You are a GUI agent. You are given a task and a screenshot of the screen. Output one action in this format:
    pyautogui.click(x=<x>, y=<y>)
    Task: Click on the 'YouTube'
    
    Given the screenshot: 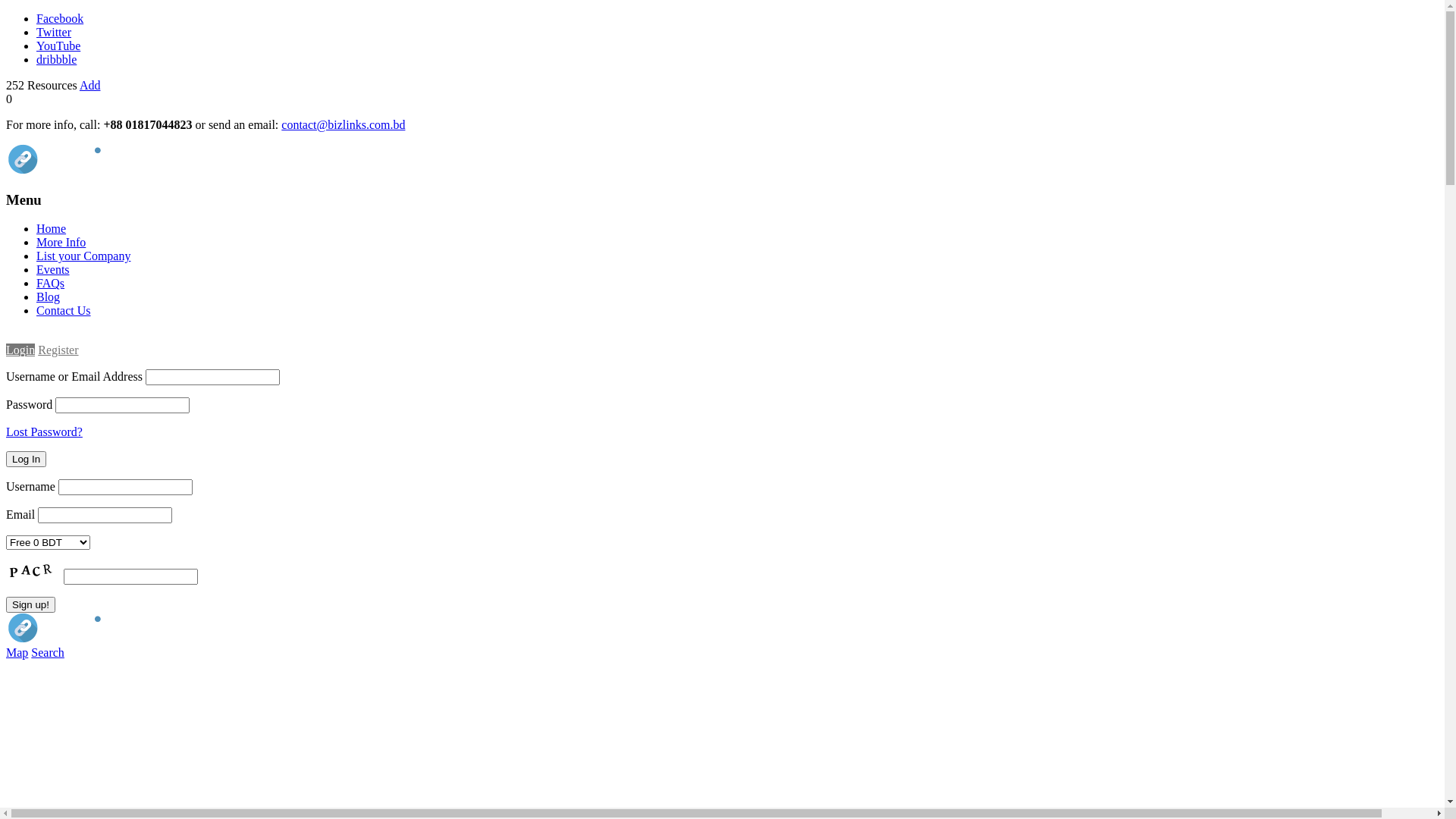 What is the action you would take?
    pyautogui.click(x=58, y=45)
    